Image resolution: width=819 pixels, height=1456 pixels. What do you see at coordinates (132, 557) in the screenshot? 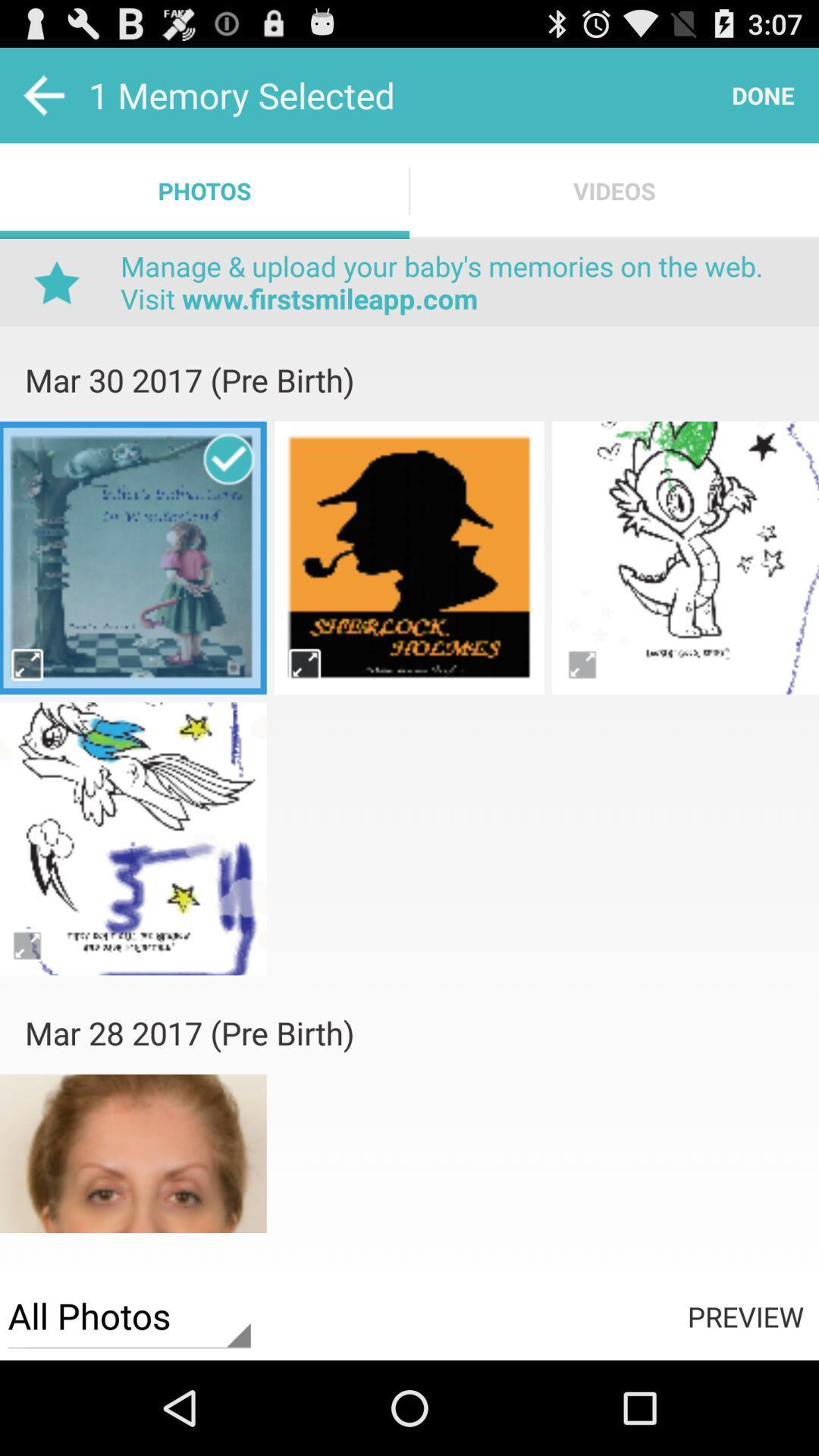
I see `click on the image` at bounding box center [132, 557].